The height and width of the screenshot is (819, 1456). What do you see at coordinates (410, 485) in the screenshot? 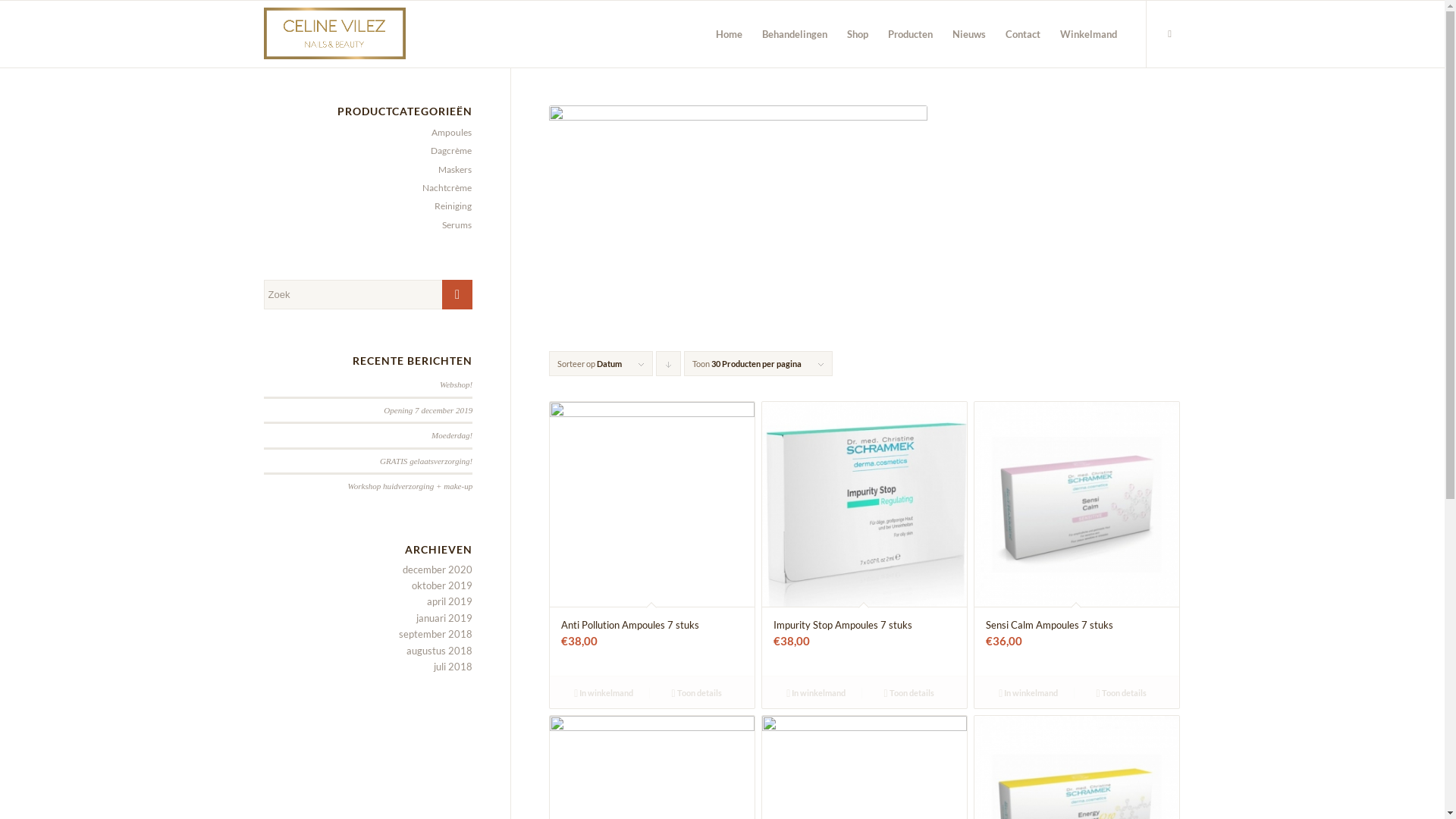
I see `'Workshop huidverzorging + make-up'` at bounding box center [410, 485].